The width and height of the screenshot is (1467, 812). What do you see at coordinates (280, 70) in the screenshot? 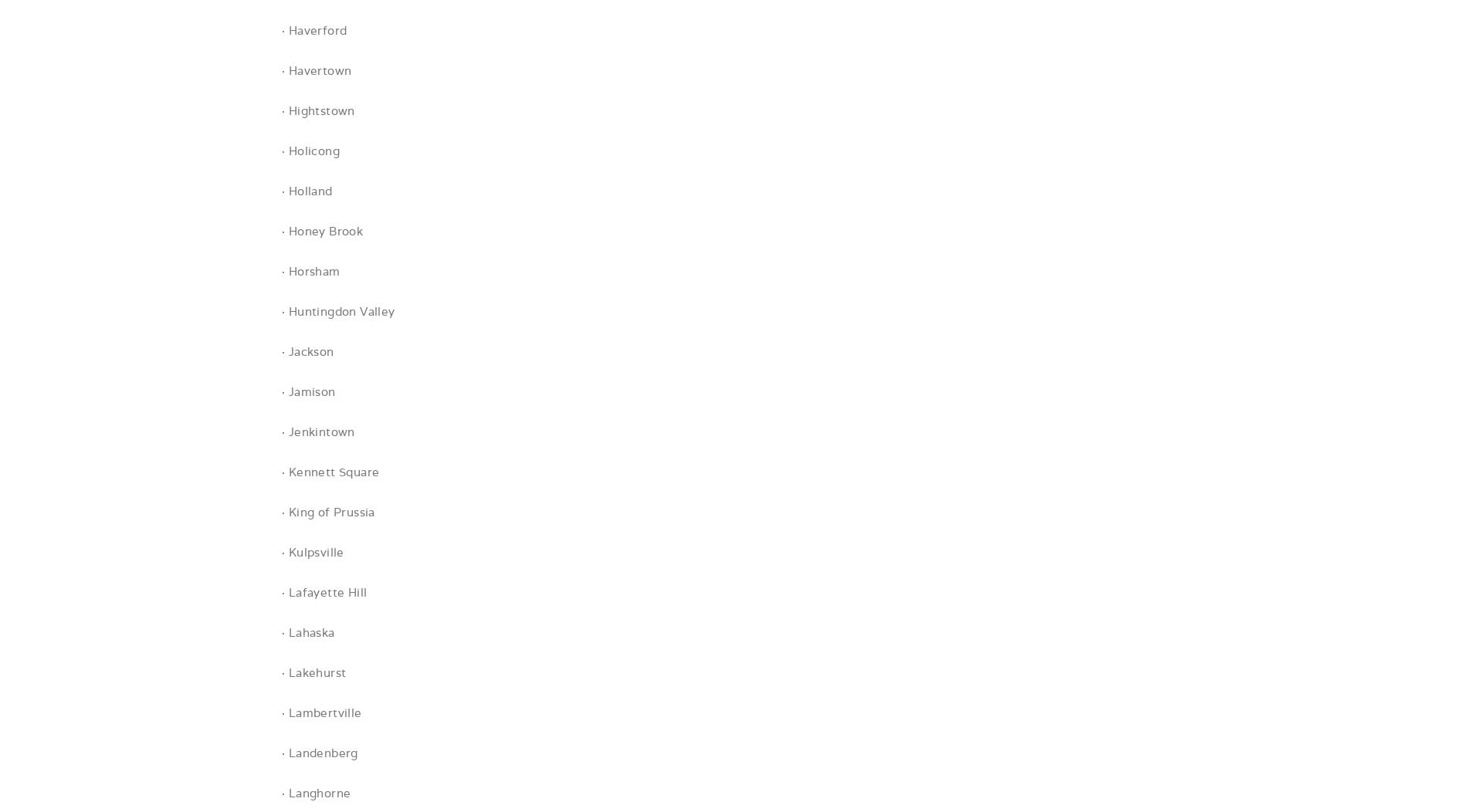
I see `'· Havertown'` at bounding box center [280, 70].